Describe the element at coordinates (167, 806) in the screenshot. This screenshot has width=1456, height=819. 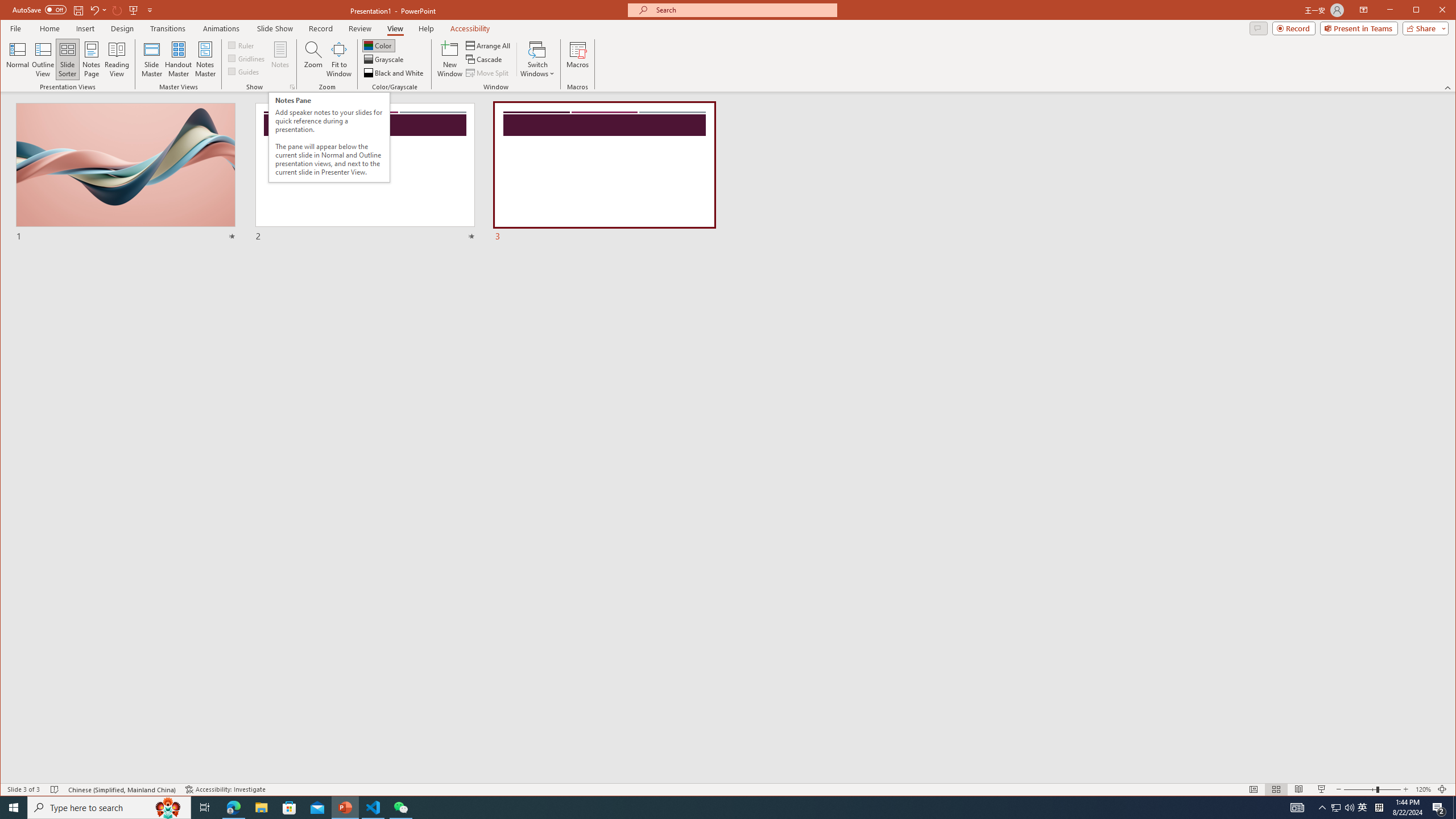
I see `'Search highlights icon opens search home window'` at that location.